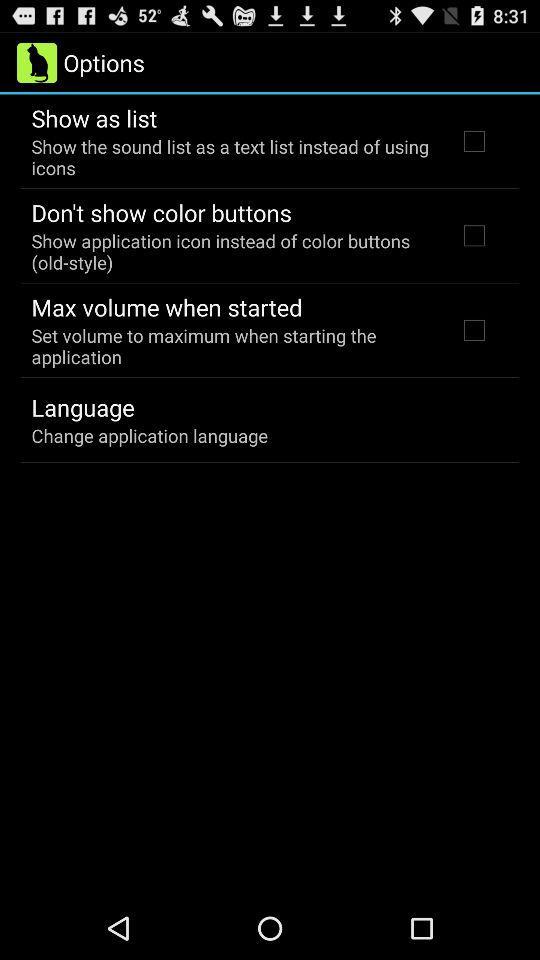 The image size is (540, 960). What do you see at coordinates (230, 346) in the screenshot?
I see `the set volume to at the center` at bounding box center [230, 346].